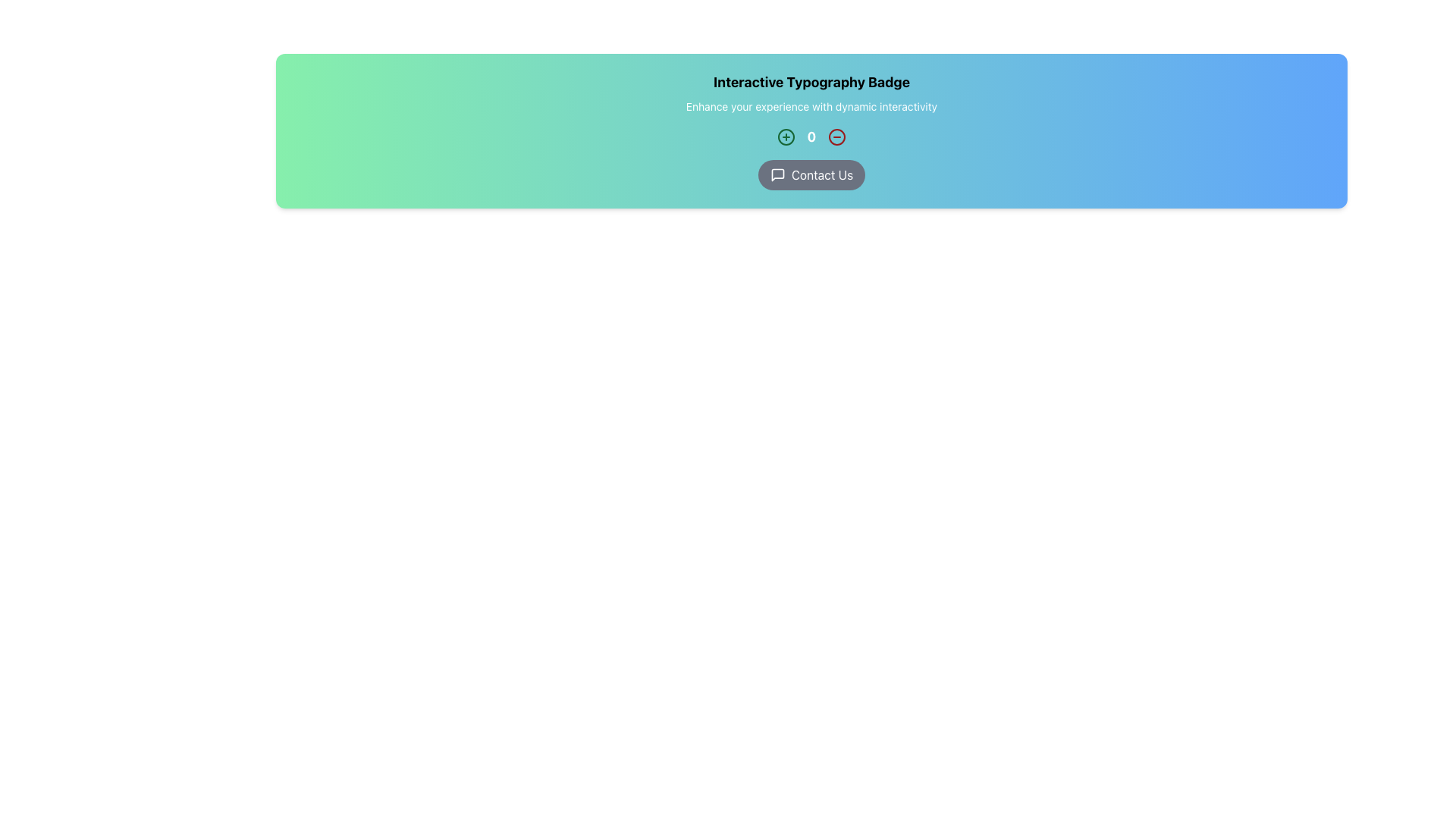 The height and width of the screenshot is (819, 1456). I want to click on the first icon from the left in the three-icon group on the banner, so click(786, 137).